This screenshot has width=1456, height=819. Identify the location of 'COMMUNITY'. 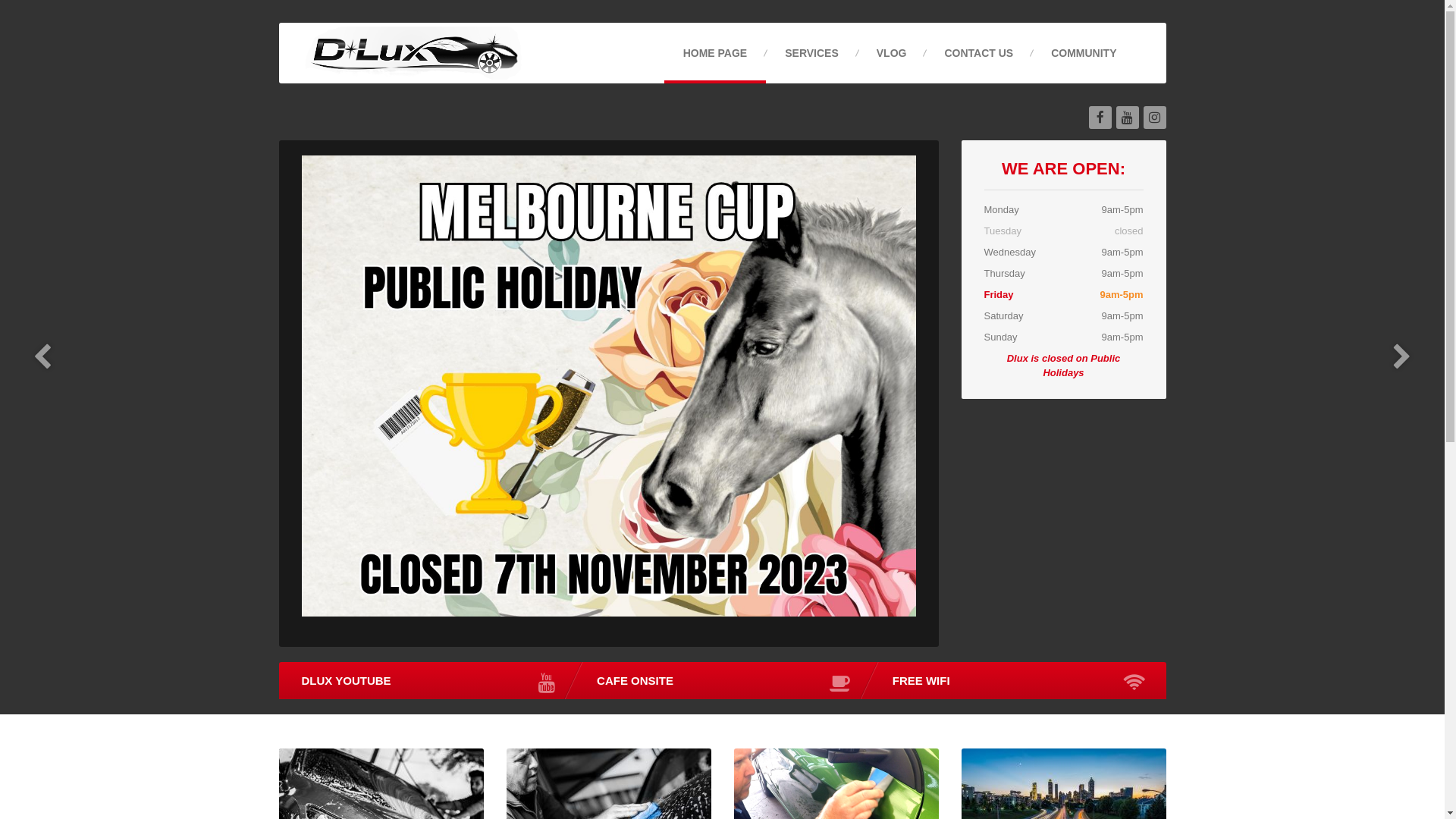
(1083, 52).